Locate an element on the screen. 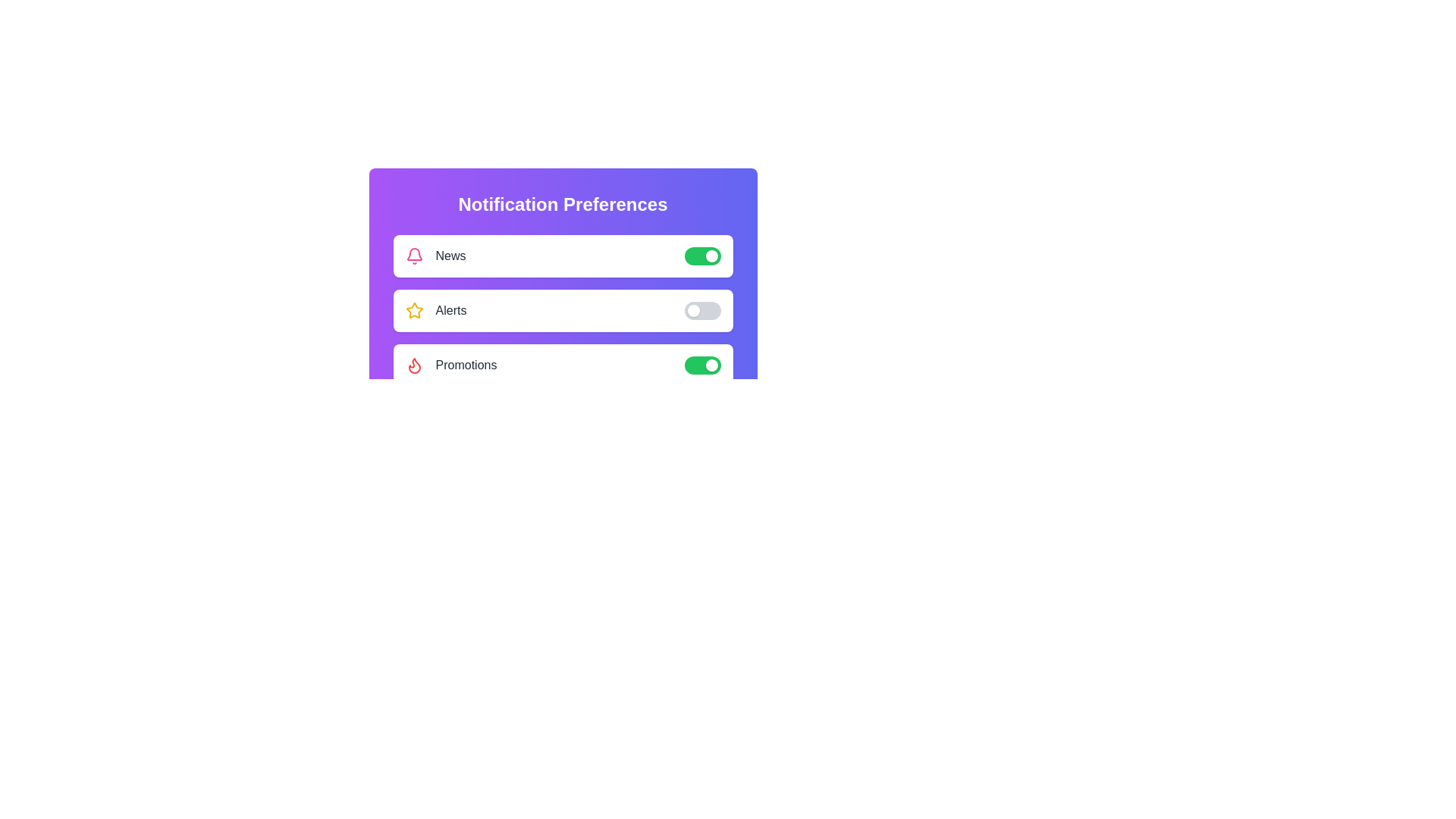  the text Promotions in the component is located at coordinates (562, 366).